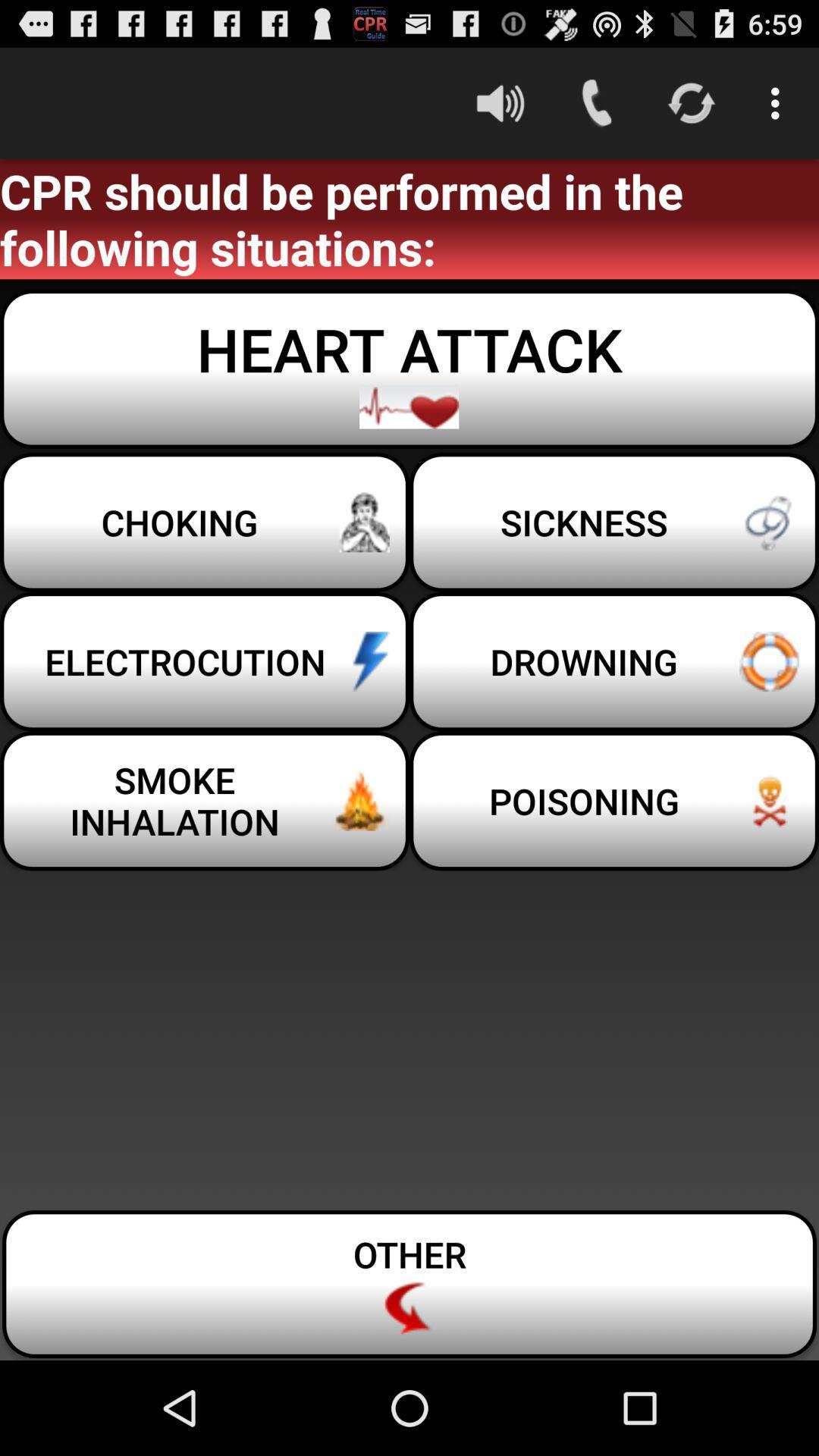 This screenshot has width=819, height=1456. I want to click on the item above other, so click(205, 800).